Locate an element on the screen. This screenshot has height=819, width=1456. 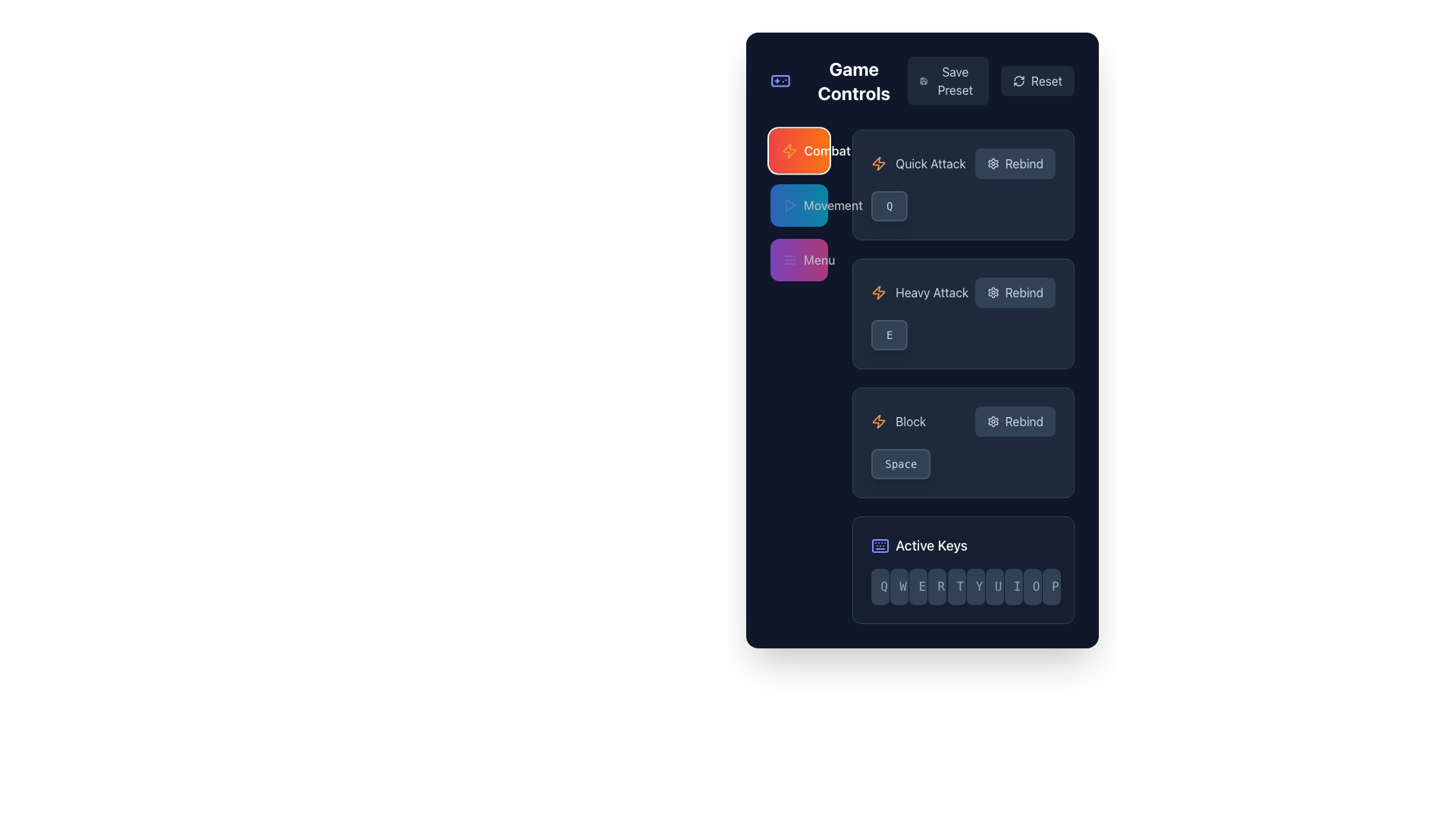
the gamepad icon with a rounded rectangle border, featuring a cross and circular designs, colored indigo, positioned before the text 'Game Controls' is located at coordinates (780, 81).